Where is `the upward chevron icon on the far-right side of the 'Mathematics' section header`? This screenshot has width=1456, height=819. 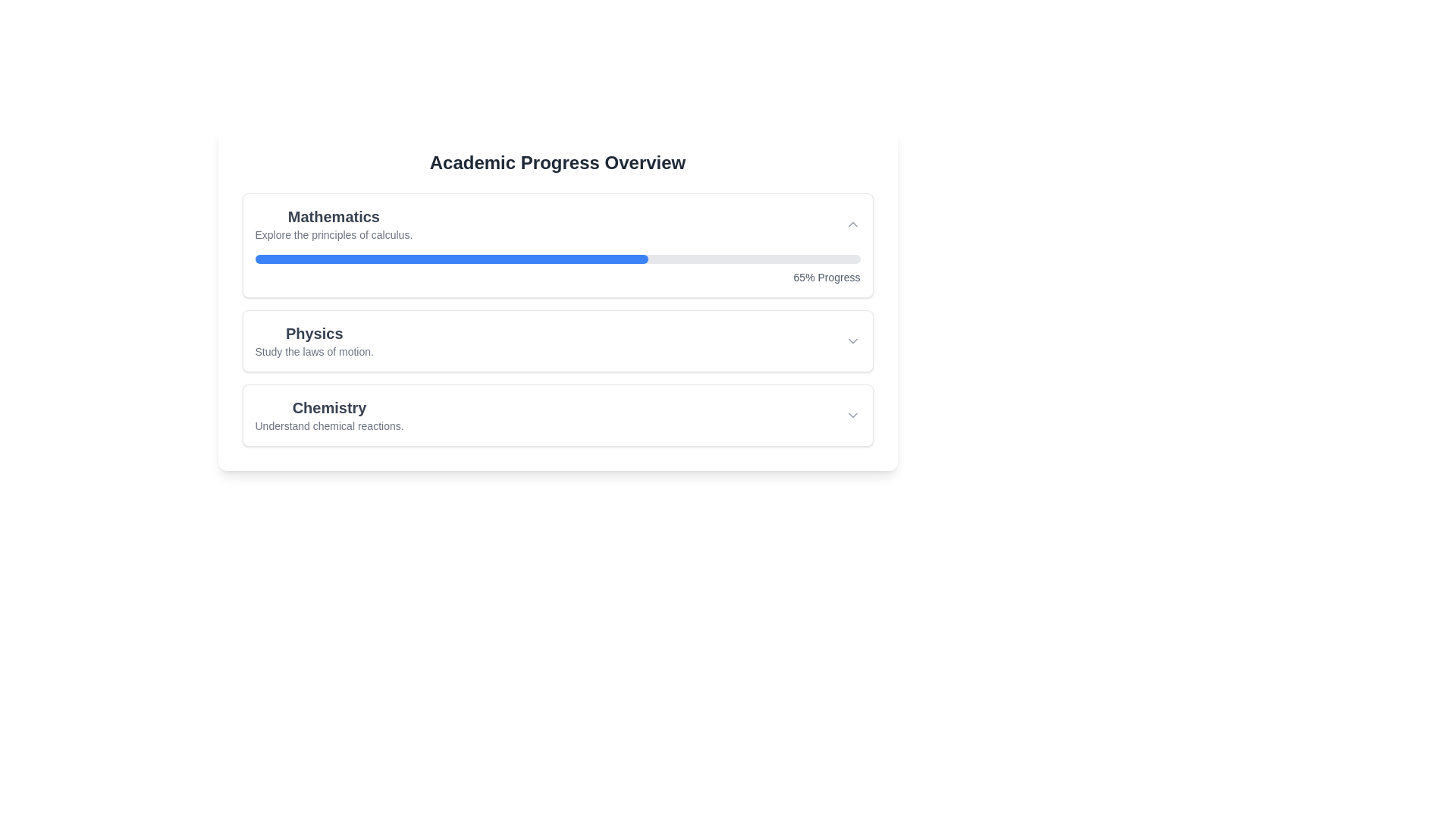
the upward chevron icon on the far-right side of the 'Mathematics' section header is located at coordinates (852, 224).